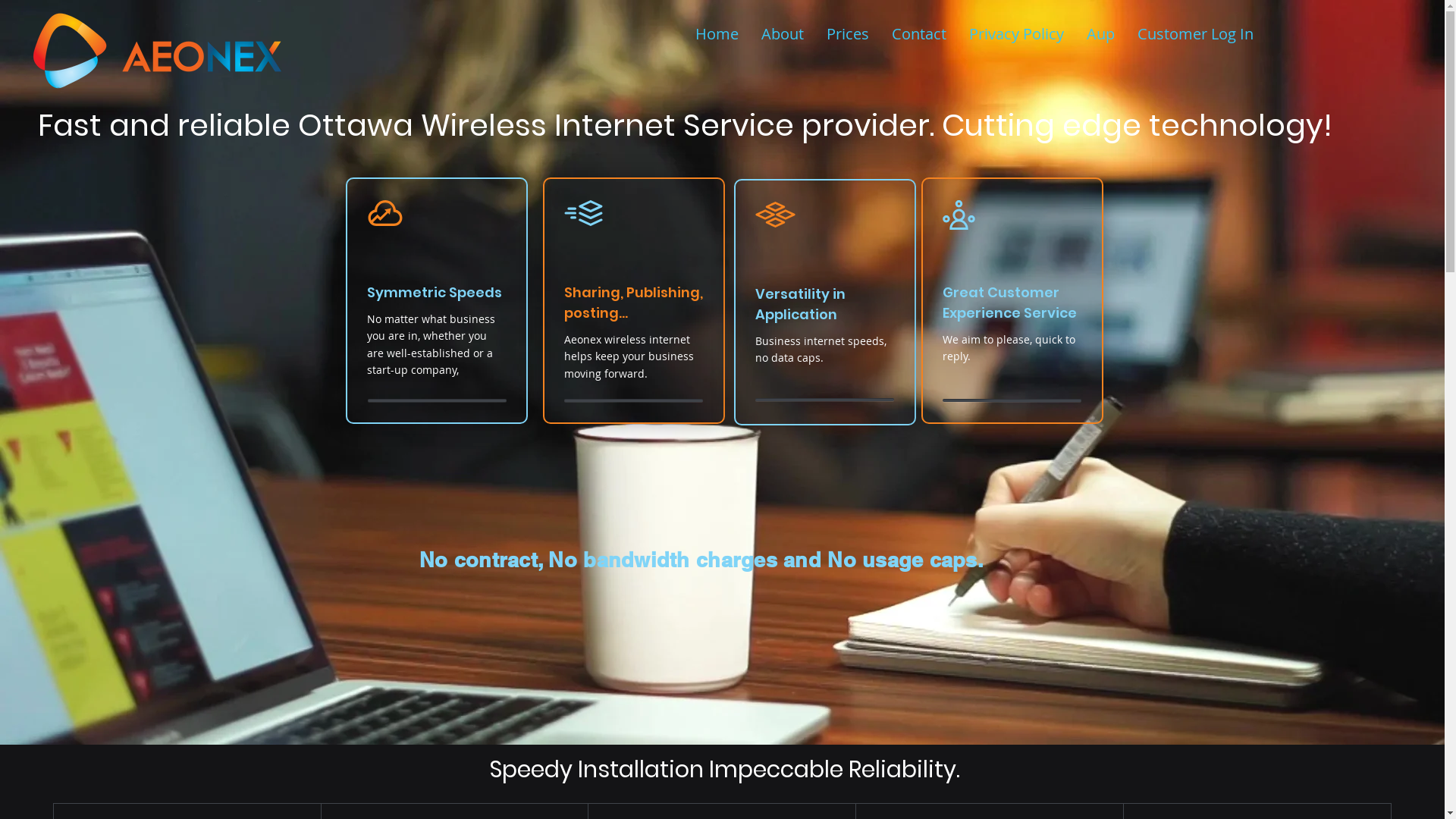  Describe the element at coordinates (1016, 34) in the screenshot. I see `'Privacy Policy'` at that location.